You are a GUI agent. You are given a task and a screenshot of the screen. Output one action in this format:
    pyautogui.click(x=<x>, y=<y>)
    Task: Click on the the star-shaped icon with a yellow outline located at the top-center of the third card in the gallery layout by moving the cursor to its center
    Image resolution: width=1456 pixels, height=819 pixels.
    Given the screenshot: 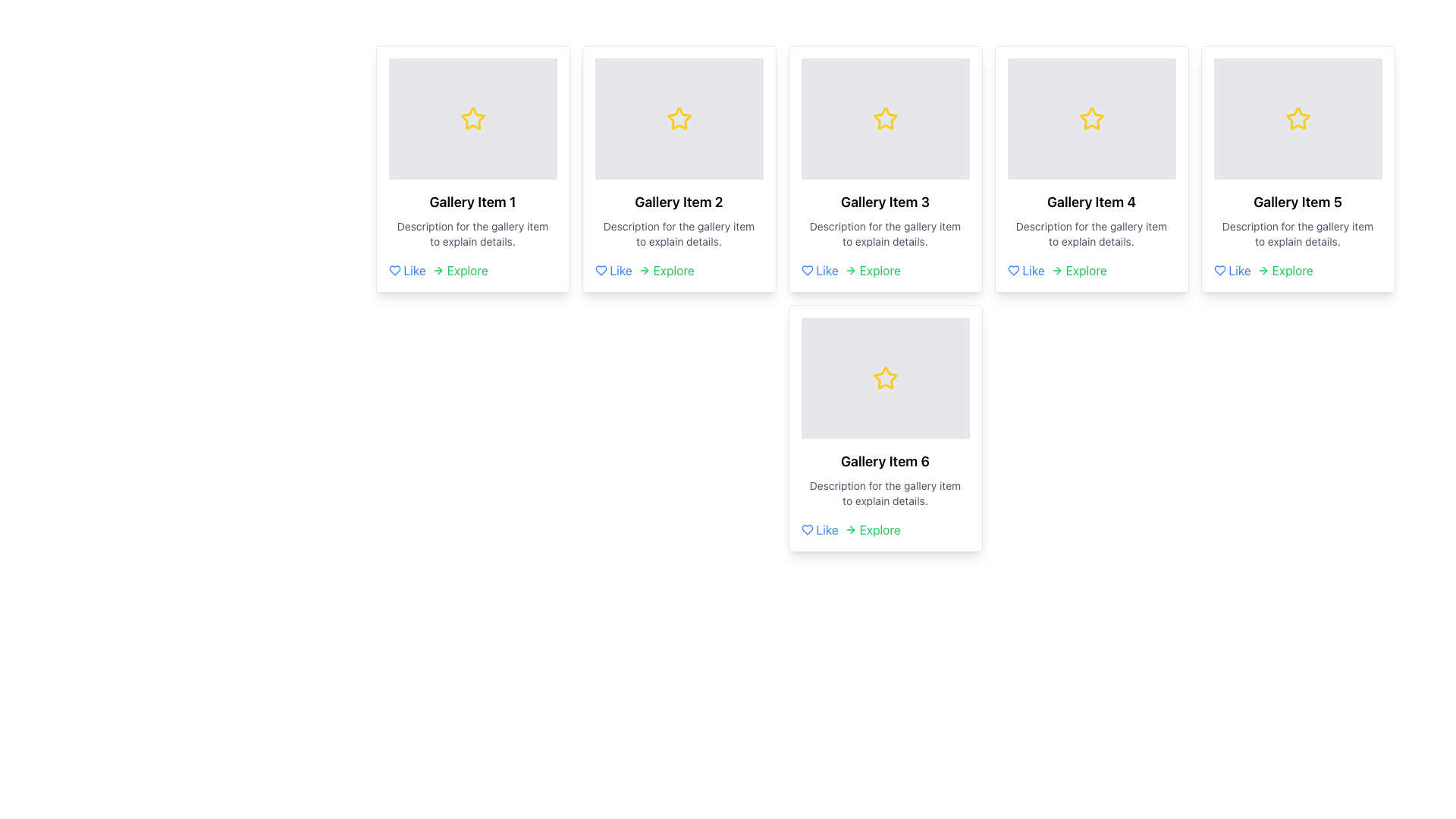 What is the action you would take?
    pyautogui.click(x=885, y=118)
    